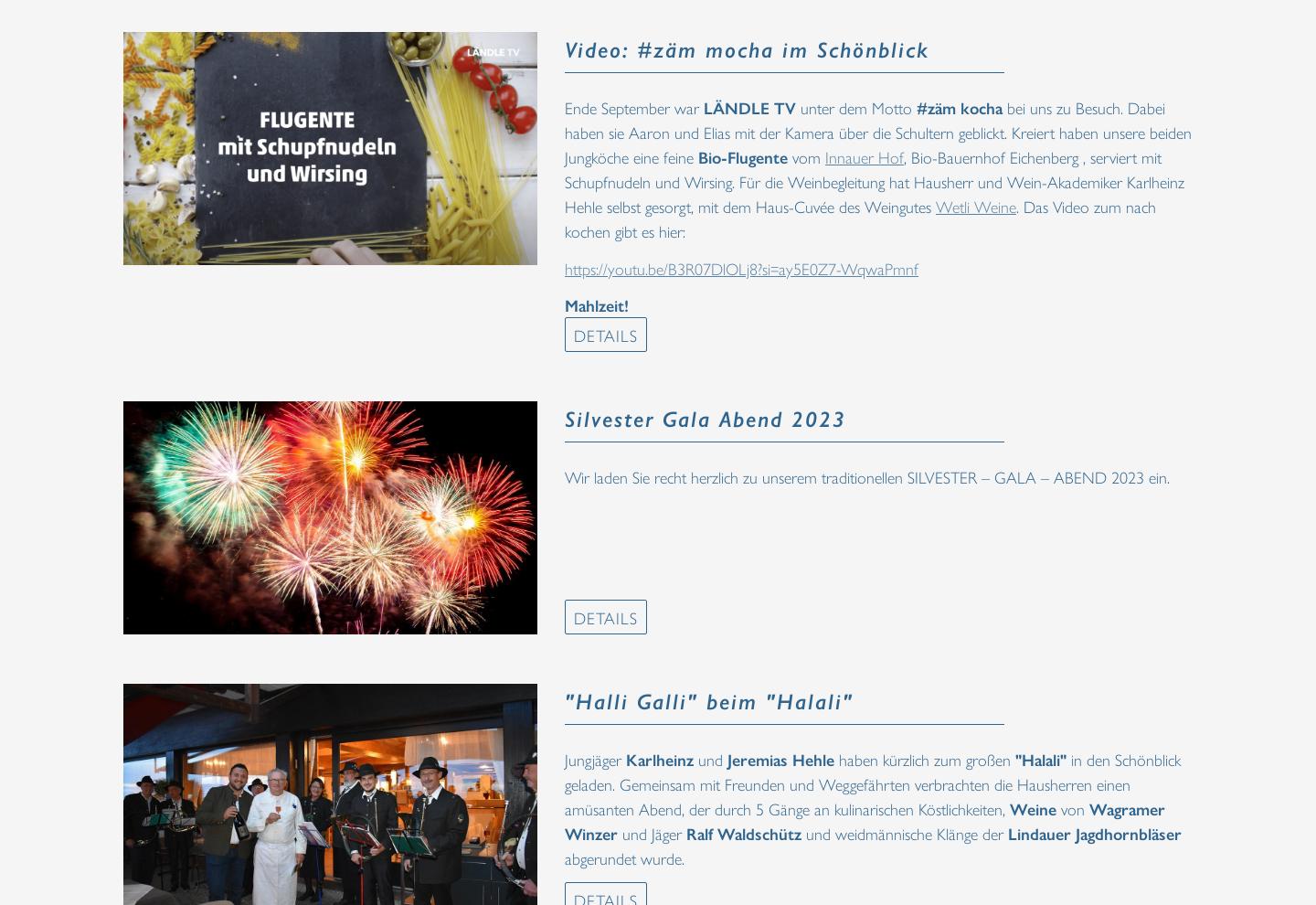  What do you see at coordinates (960, 106) in the screenshot?
I see `'#zäm kocha'` at bounding box center [960, 106].